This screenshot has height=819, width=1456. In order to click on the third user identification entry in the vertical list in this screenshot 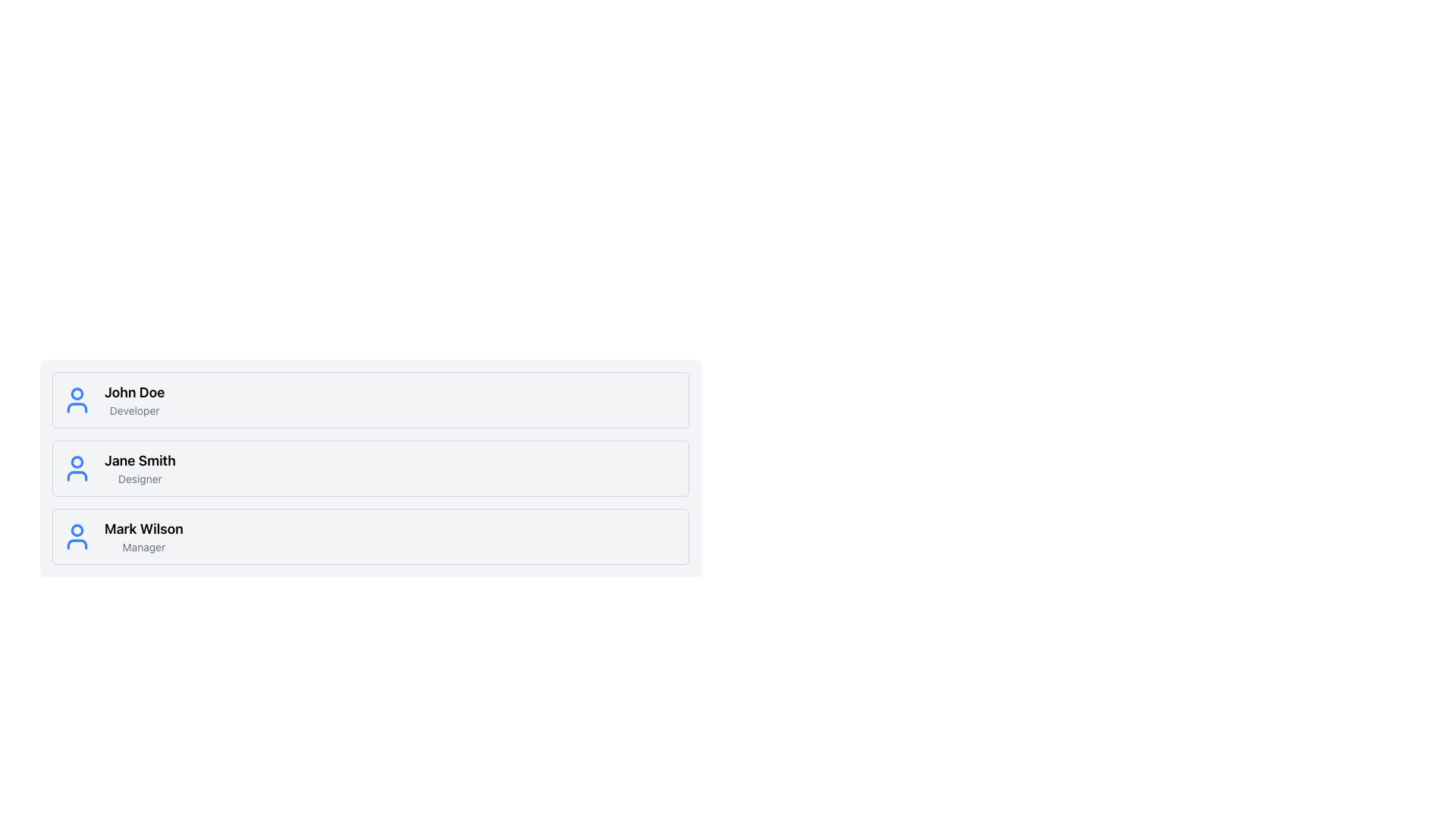, I will do `click(143, 536)`.